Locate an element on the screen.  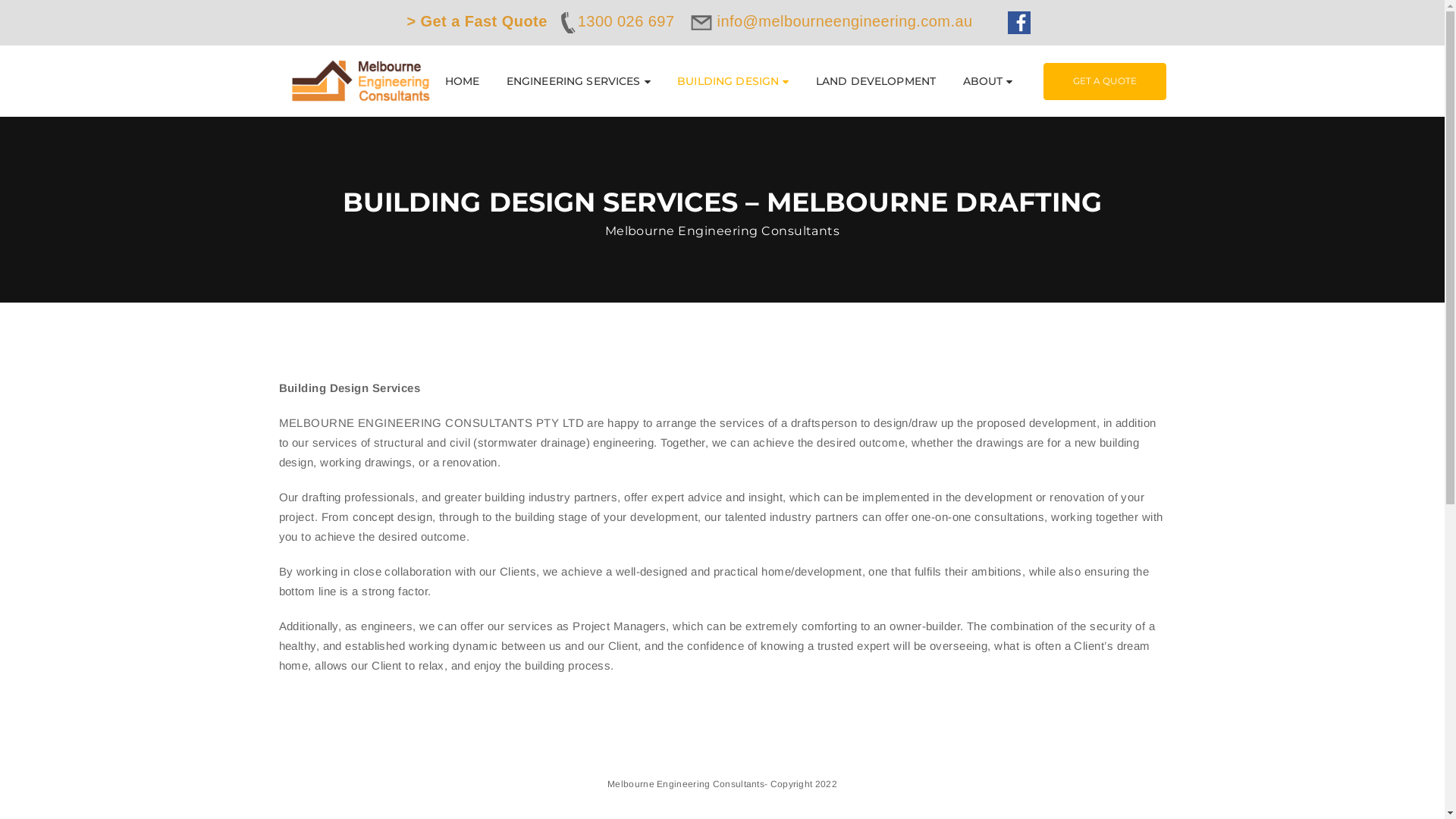
'BUILDING DESIGN' is located at coordinates (676, 81).